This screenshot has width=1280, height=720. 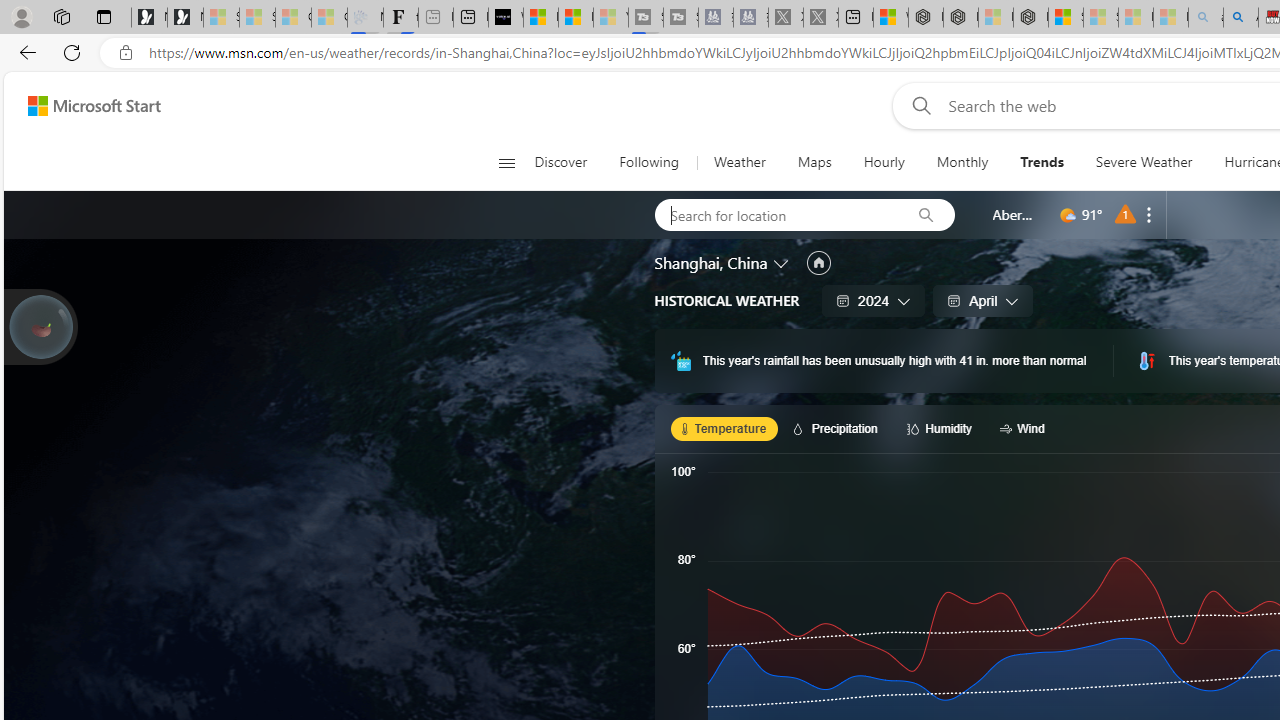 What do you see at coordinates (882, 162) in the screenshot?
I see `'Hourly'` at bounding box center [882, 162].